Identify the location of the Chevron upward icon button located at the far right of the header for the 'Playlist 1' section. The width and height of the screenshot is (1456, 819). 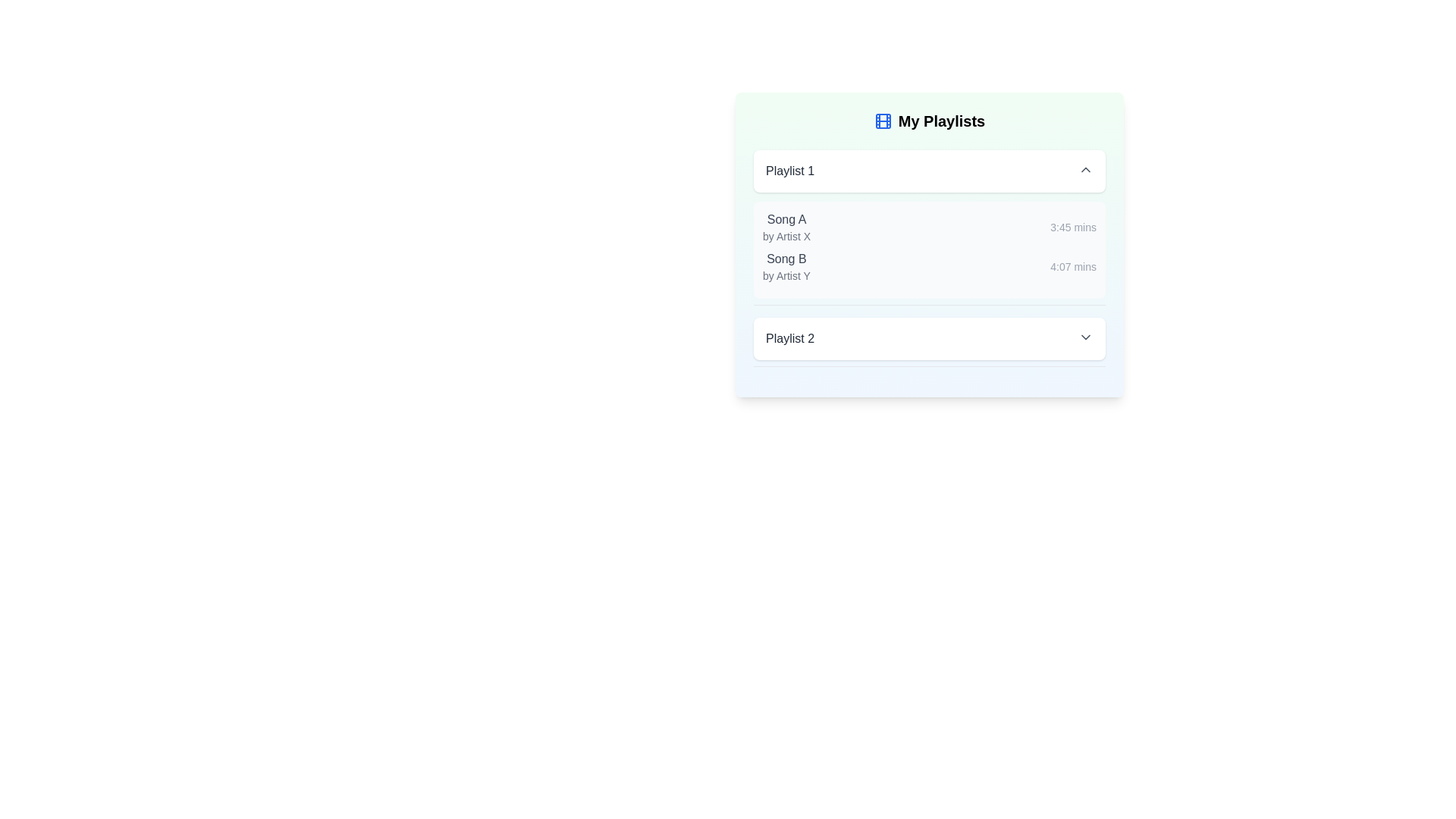
(1084, 169).